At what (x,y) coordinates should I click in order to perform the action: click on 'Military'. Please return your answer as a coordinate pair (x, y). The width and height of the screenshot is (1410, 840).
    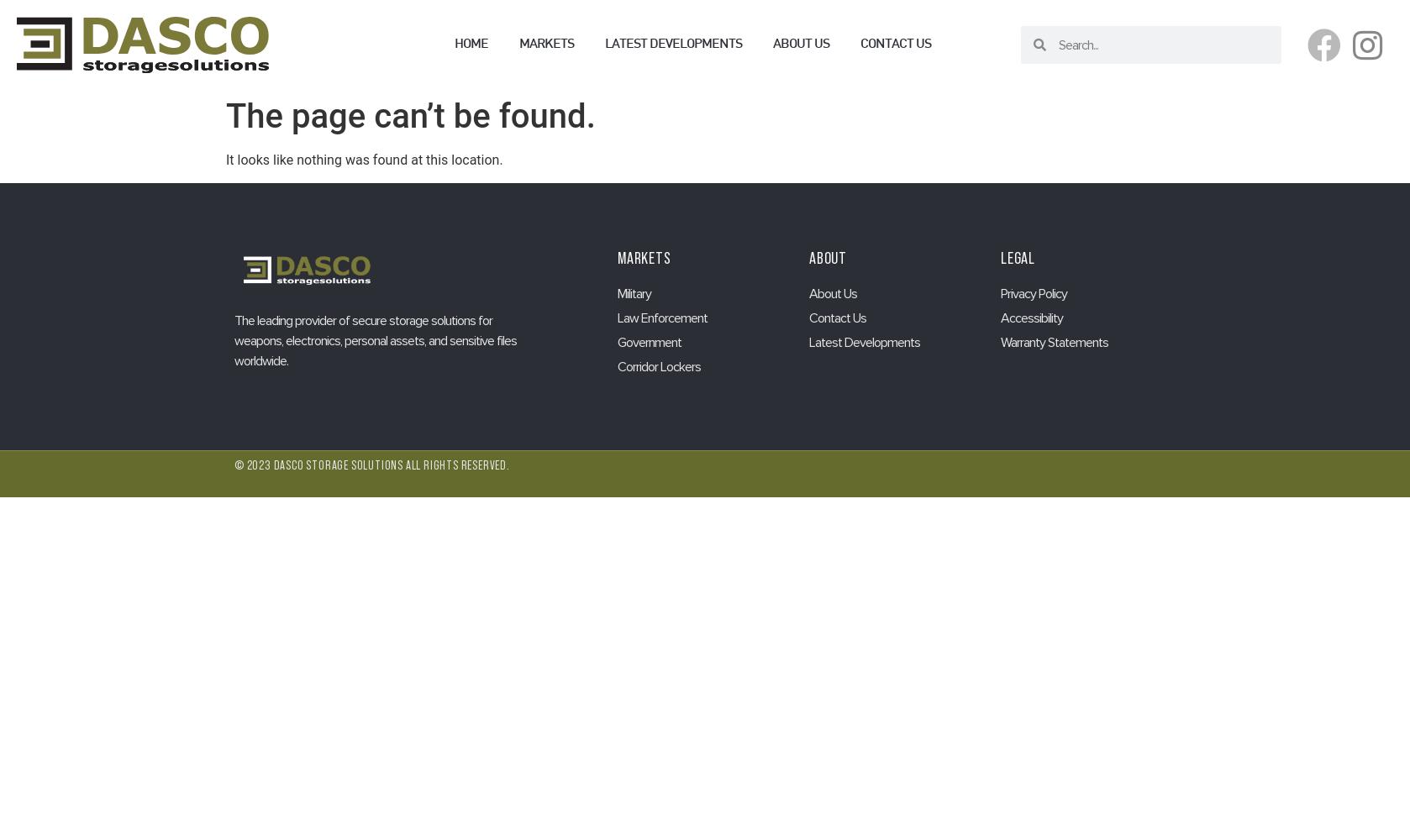
    Looking at the image, I should click on (633, 292).